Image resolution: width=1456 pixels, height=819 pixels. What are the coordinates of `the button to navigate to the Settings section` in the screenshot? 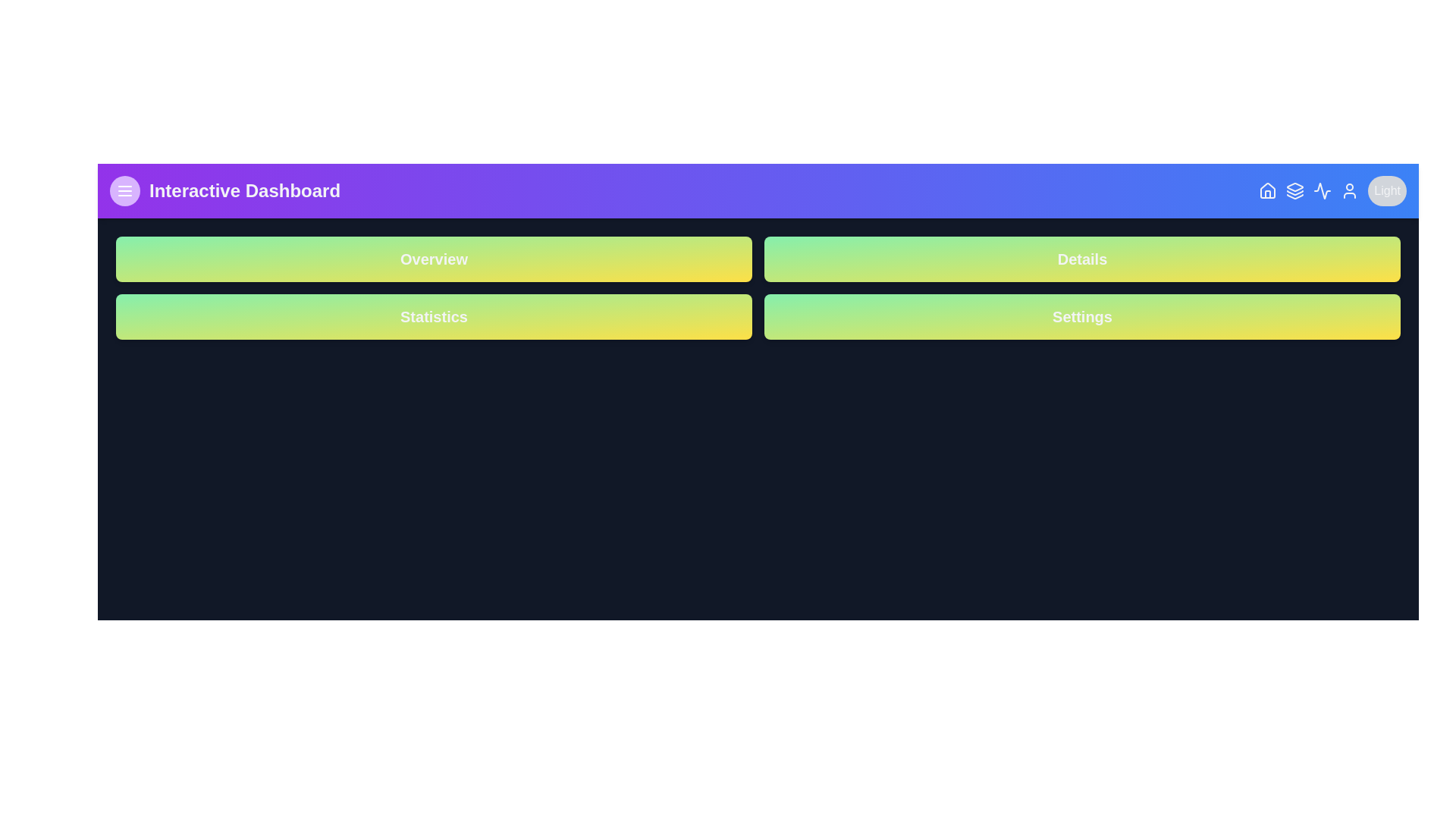 It's located at (1081, 315).